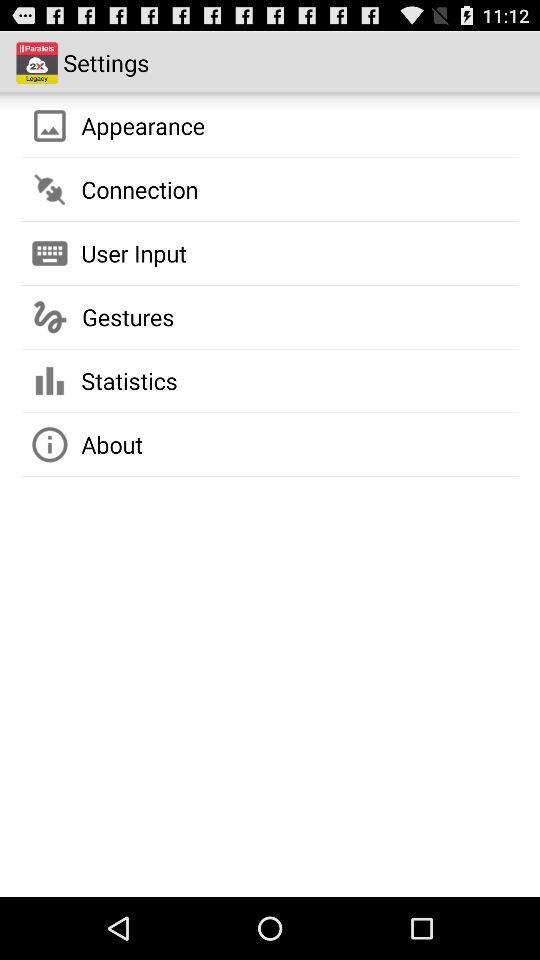  Describe the element at coordinates (138, 189) in the screenshot. I see `connection` at that location.